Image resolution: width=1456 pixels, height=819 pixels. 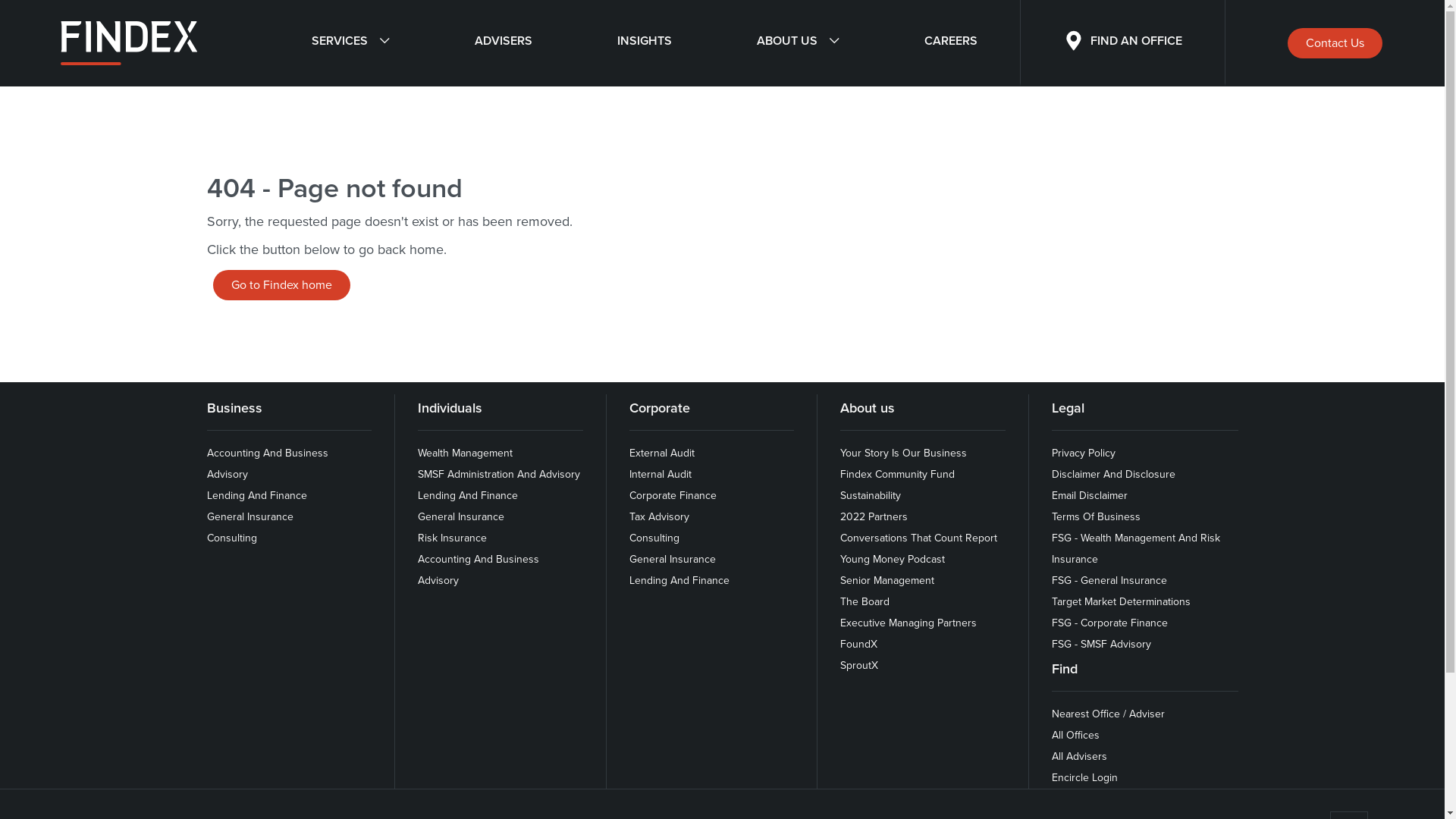 What do you see at coordinates (918, 537) in the screenshot?
I see `'Conversations That Count Report'` at bounding box center [918, 537].